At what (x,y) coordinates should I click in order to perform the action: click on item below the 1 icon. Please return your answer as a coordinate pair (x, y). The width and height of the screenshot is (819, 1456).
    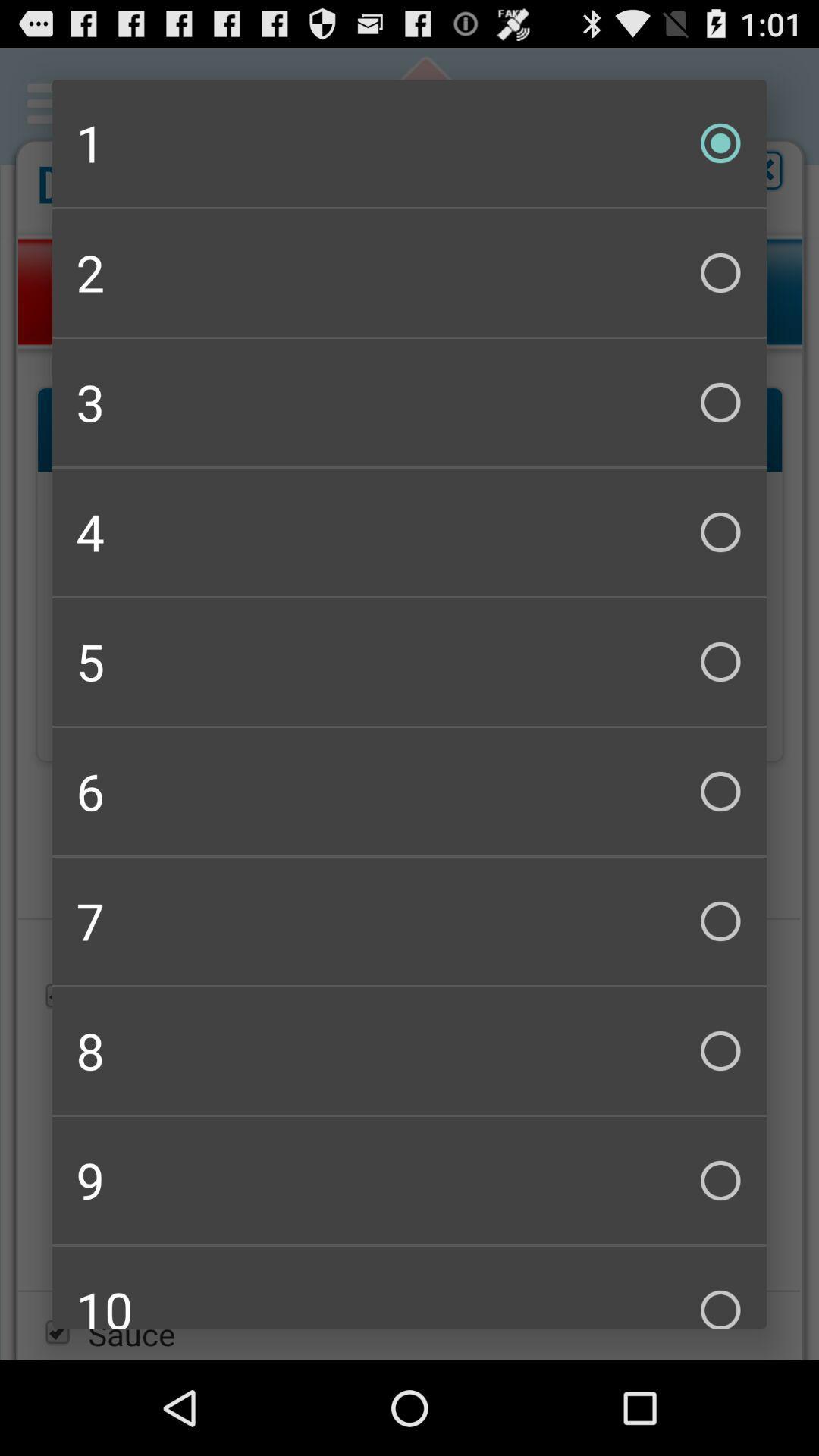
    Looking at the image, I should click on (409, 273).